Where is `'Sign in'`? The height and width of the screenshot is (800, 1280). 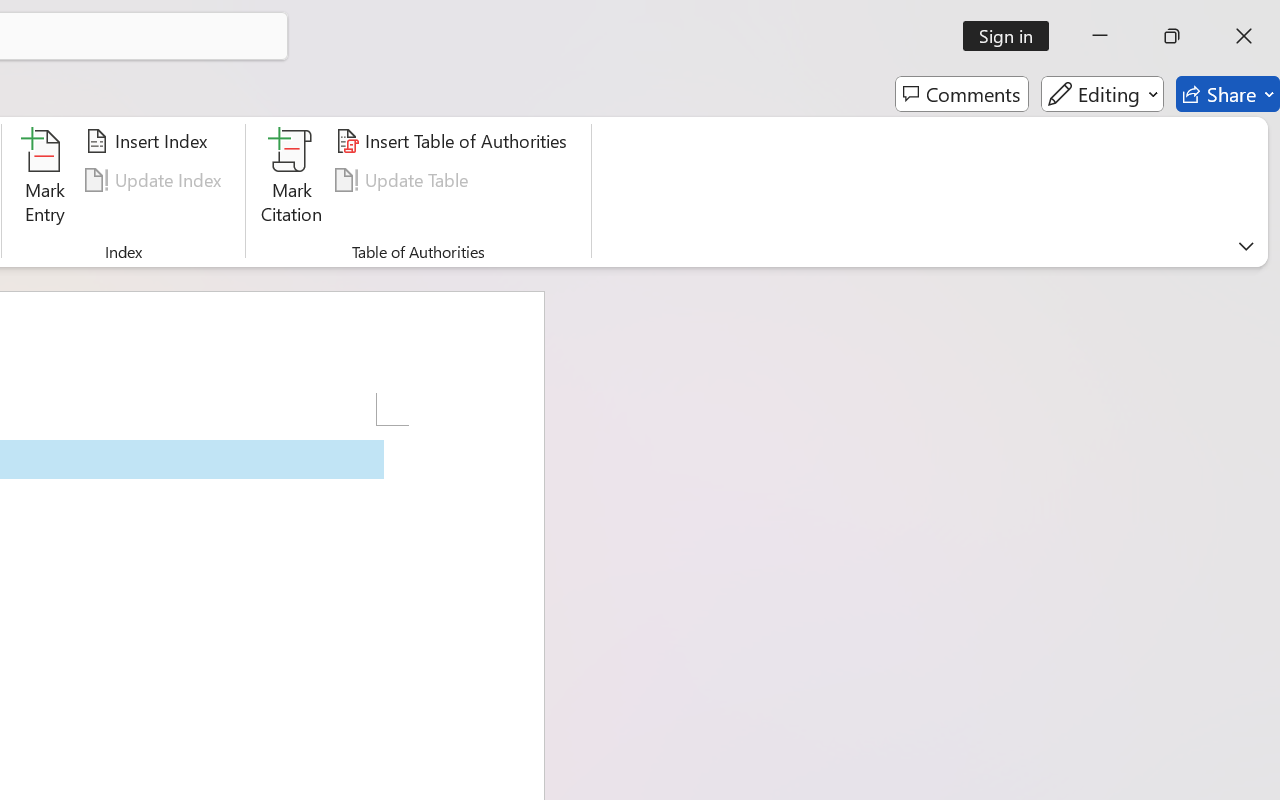
'Sign in' is located at coordinates (1013, 35).